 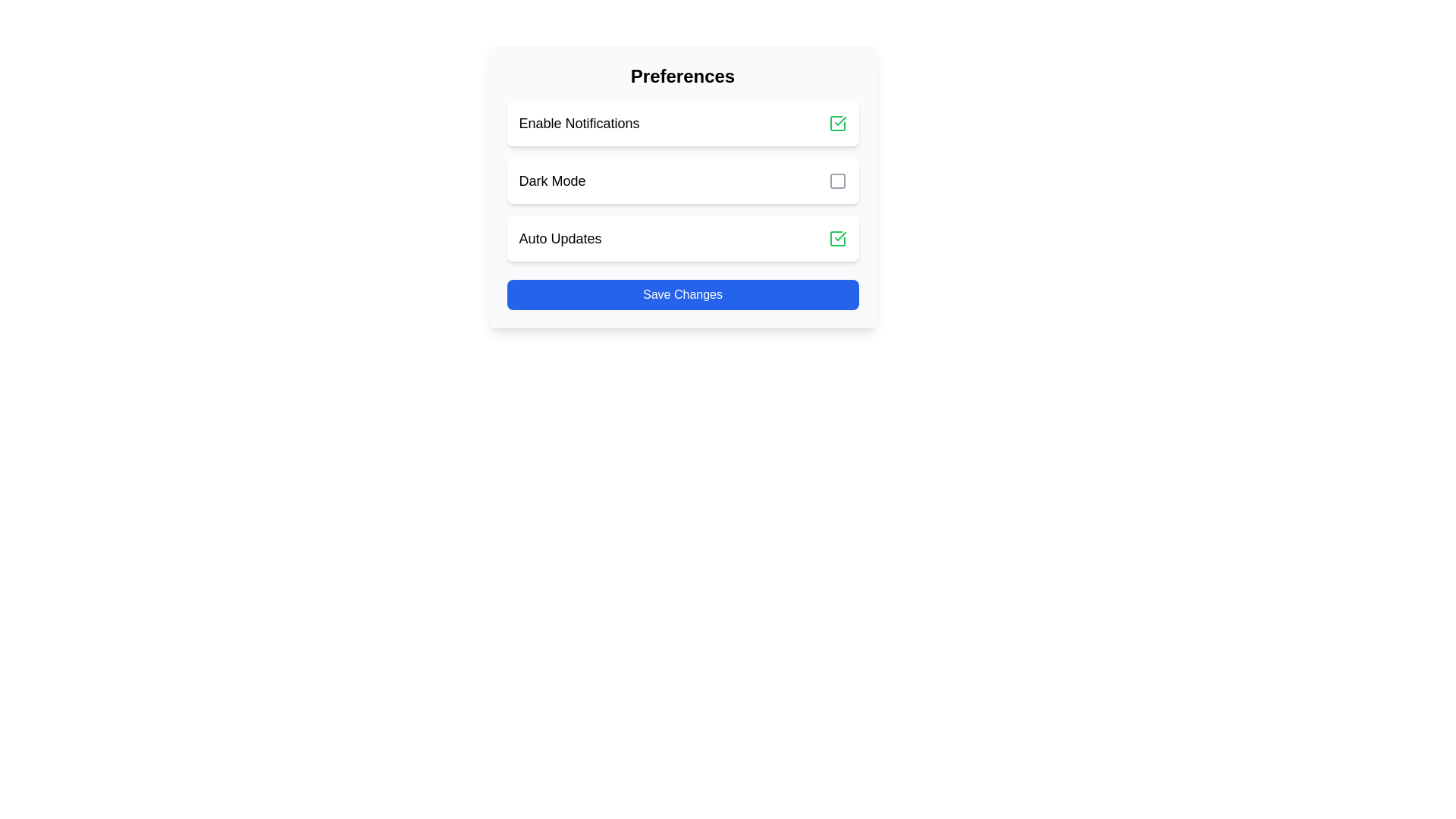 I want to click on the 'Auto Updates' text label in the Preferences menu, which is located on the left side of the third row and is aligned with a checkmark icon, so click(x=560, y=239).